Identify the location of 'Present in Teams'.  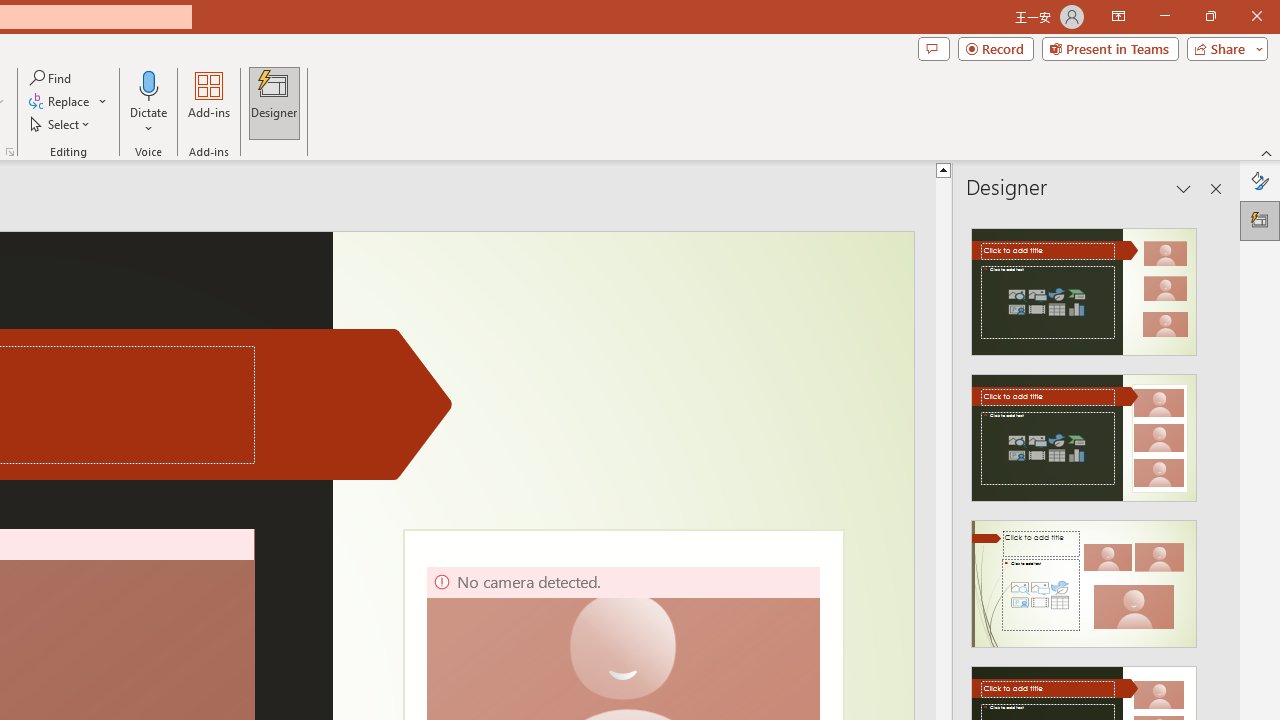
(1109, 47).